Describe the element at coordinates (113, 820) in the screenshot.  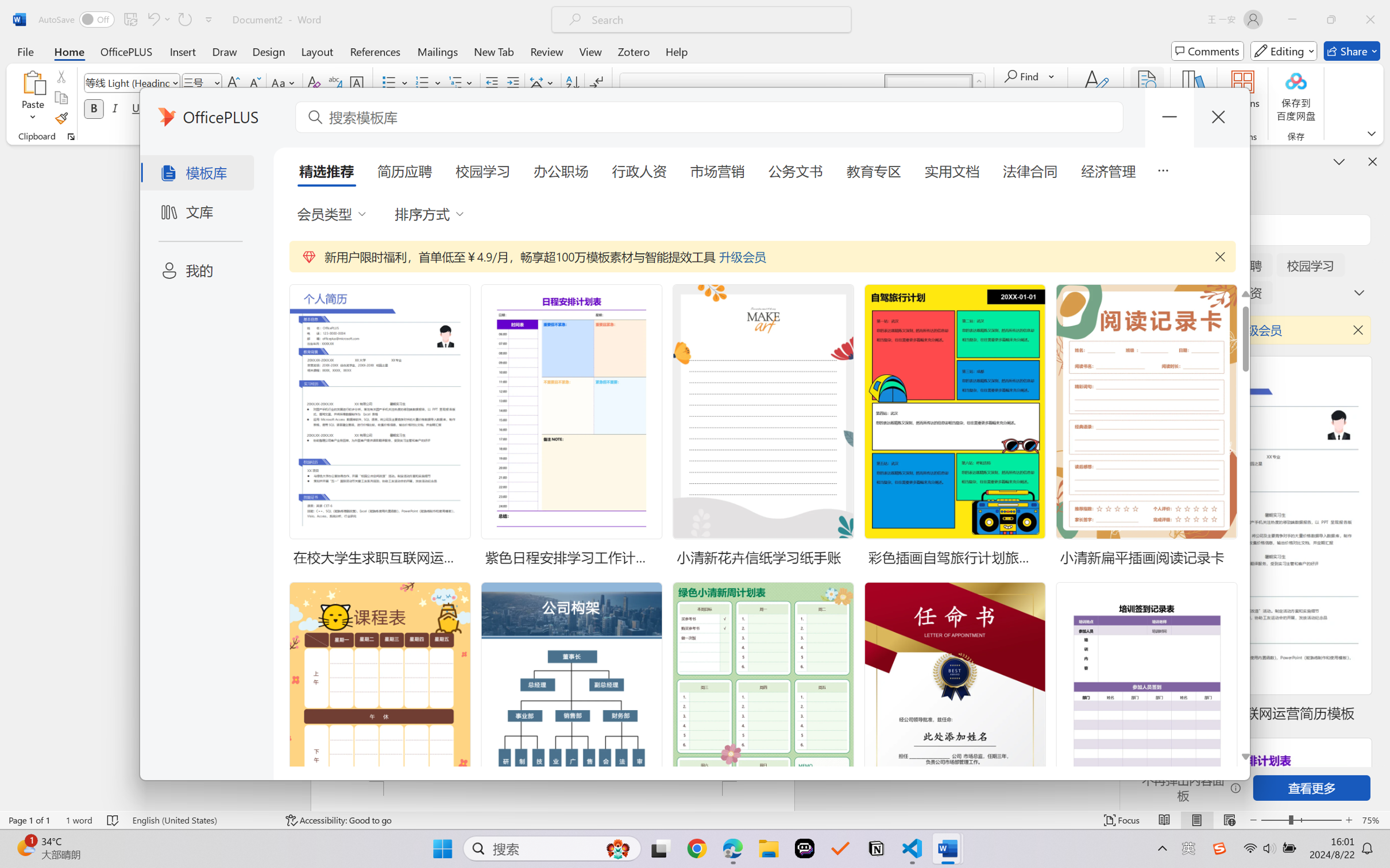
I see `'Spelling and Grammar Check No Errors'` at that location.